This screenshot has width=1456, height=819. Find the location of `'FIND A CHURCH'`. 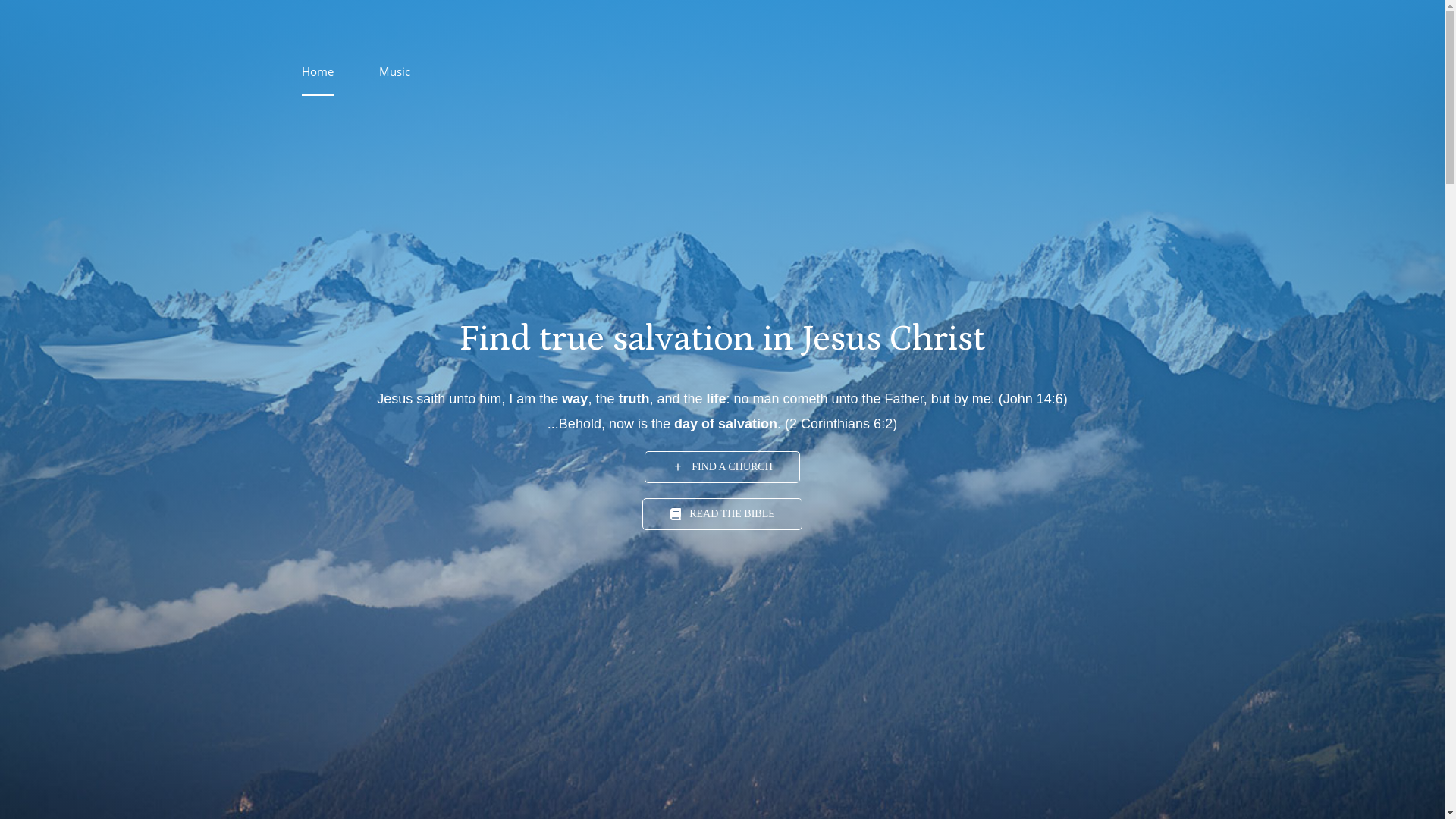

'FIND A CHURCH' is located at coordinates (721, 466).